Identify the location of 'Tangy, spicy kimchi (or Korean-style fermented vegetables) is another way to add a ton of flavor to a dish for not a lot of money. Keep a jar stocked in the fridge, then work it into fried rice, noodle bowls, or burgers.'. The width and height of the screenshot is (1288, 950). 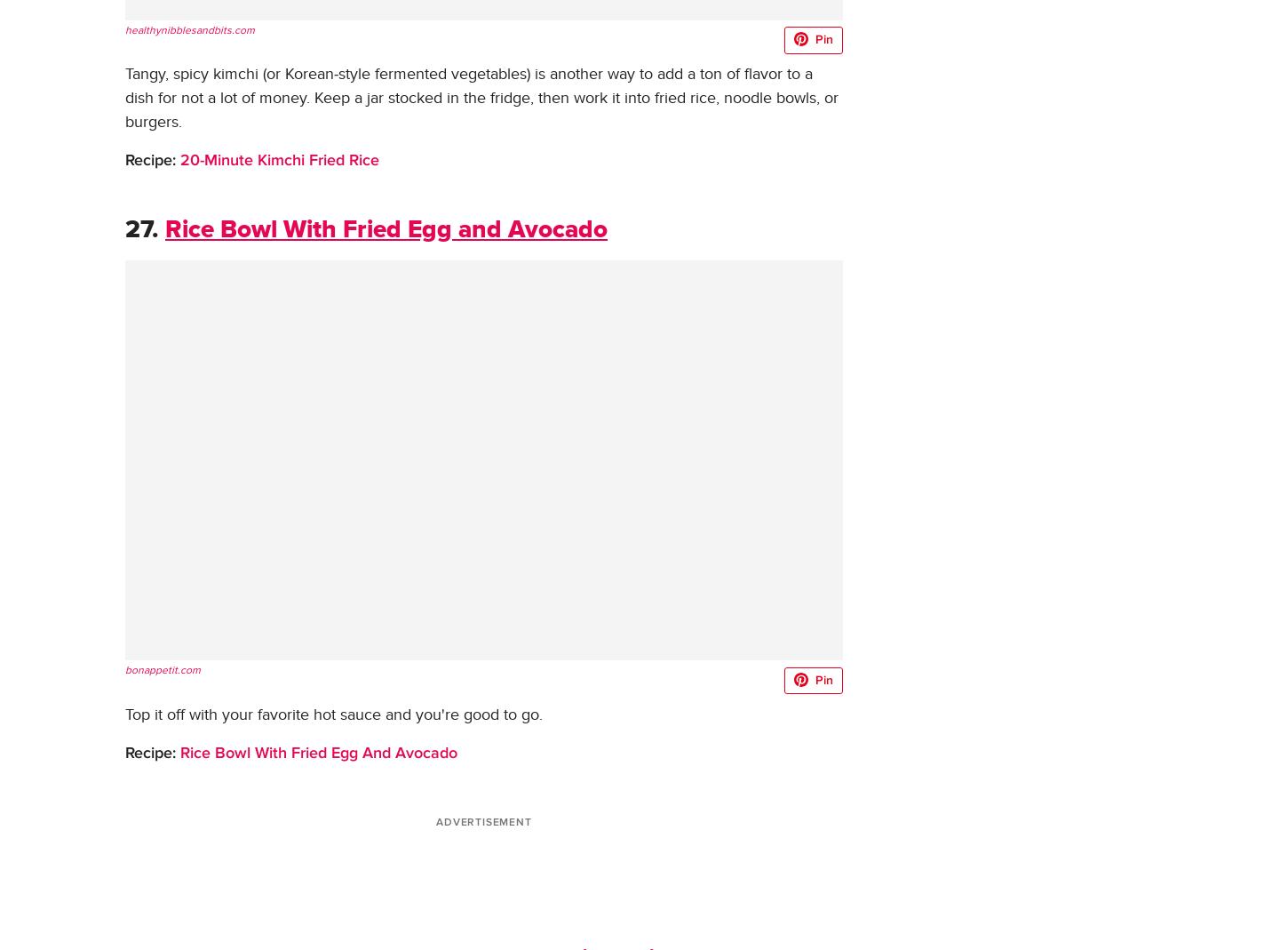
(481, 98).